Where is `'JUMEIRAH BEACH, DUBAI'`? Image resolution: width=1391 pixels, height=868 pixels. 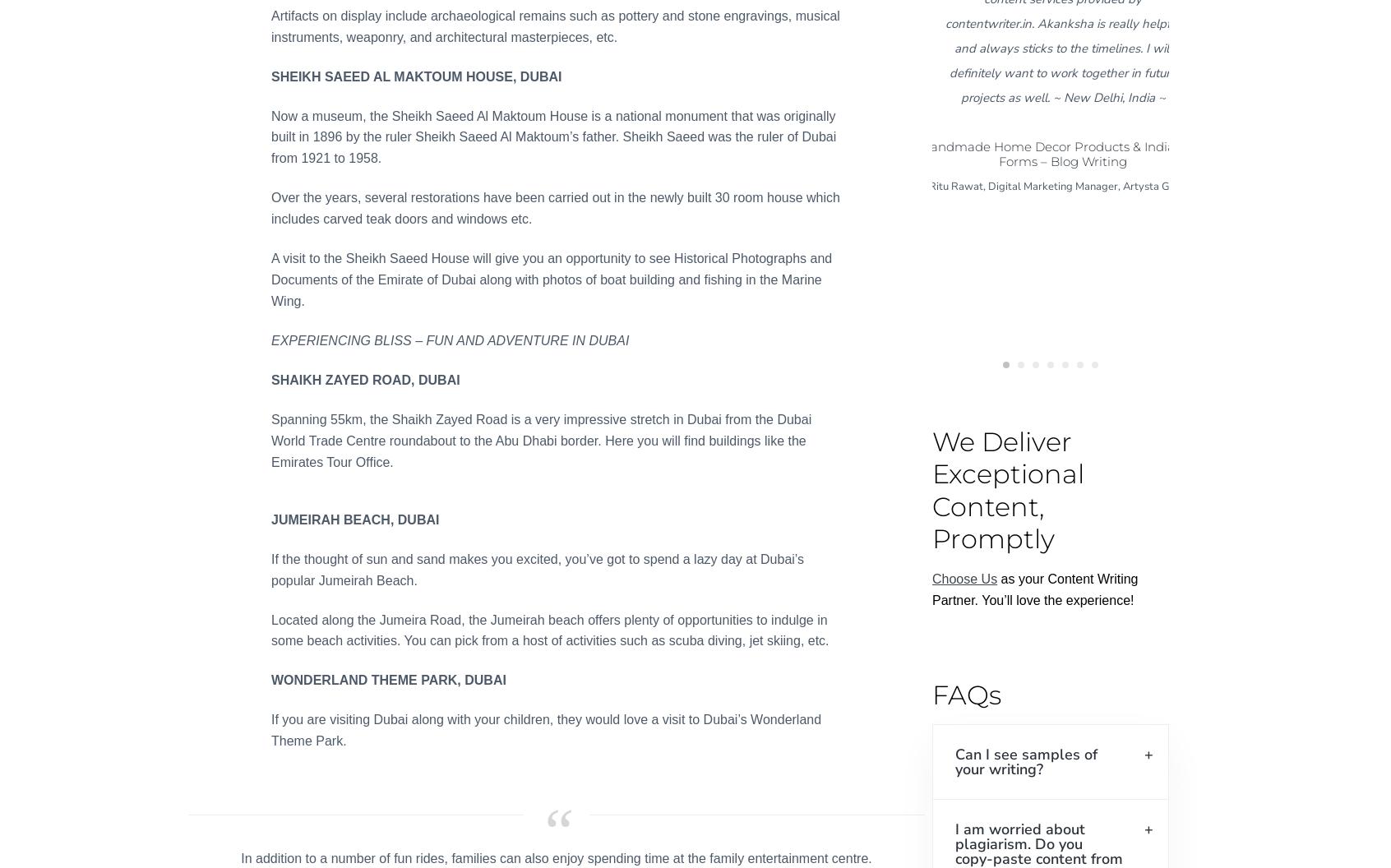 'JUMEIRAH BEACH, DUBAI' is located at coordinates (270, 518).